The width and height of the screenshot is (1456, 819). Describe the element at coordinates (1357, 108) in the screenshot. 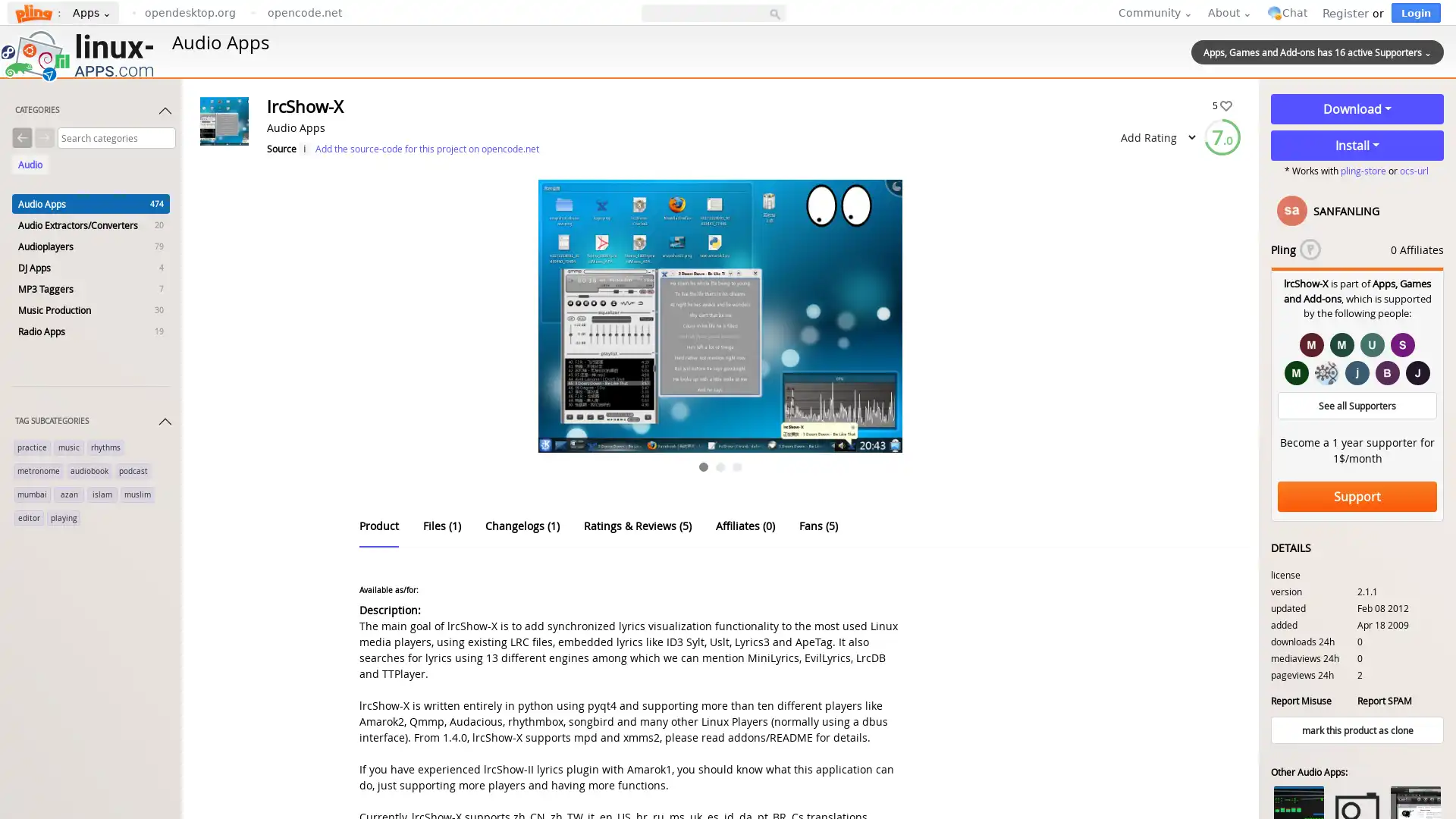

I see `Download` at that location.